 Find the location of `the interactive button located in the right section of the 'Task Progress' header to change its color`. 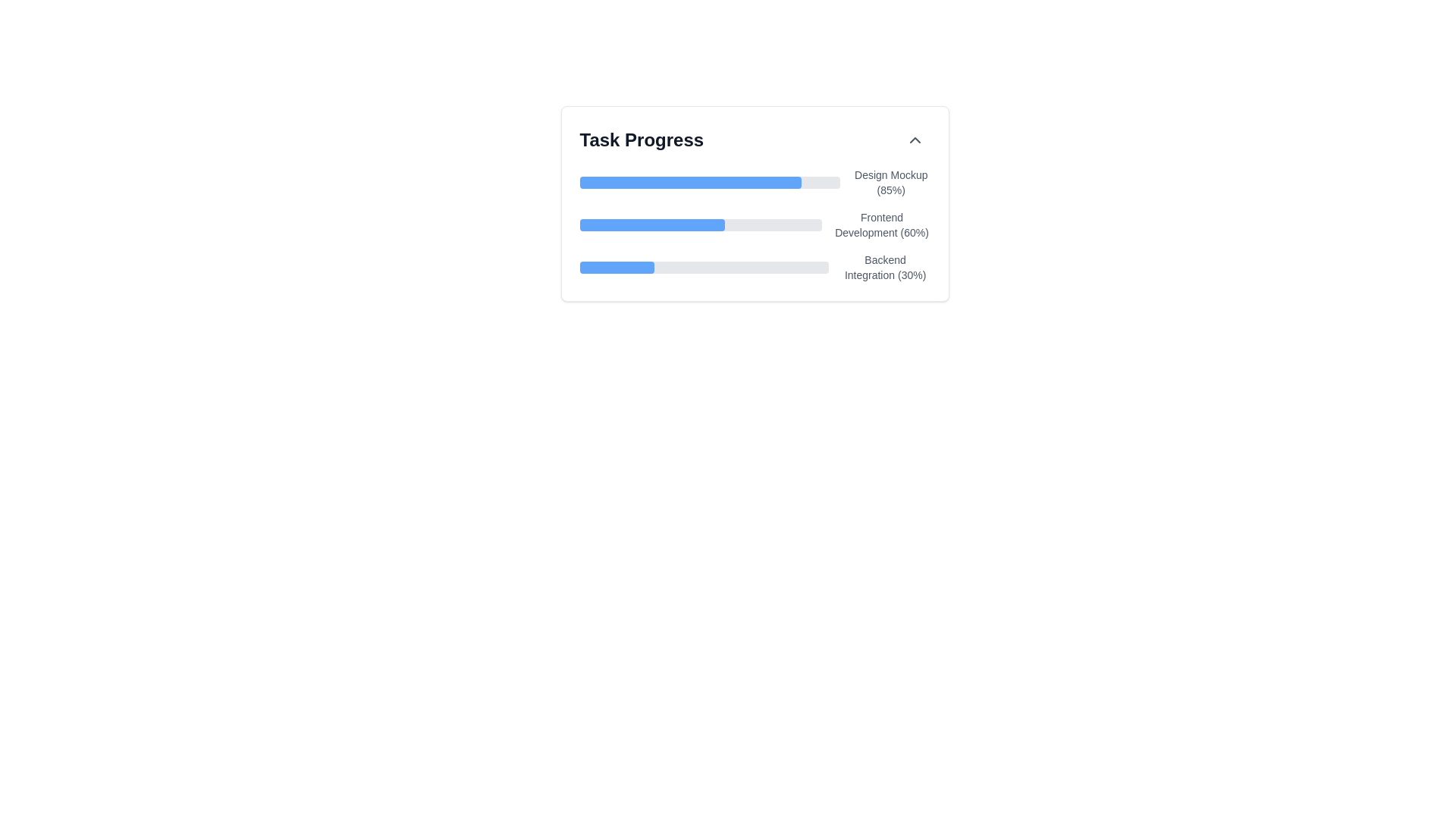

the interactive button located in the right section of the 'Task Progress' header to change its color is located at coordinates (914, 140).